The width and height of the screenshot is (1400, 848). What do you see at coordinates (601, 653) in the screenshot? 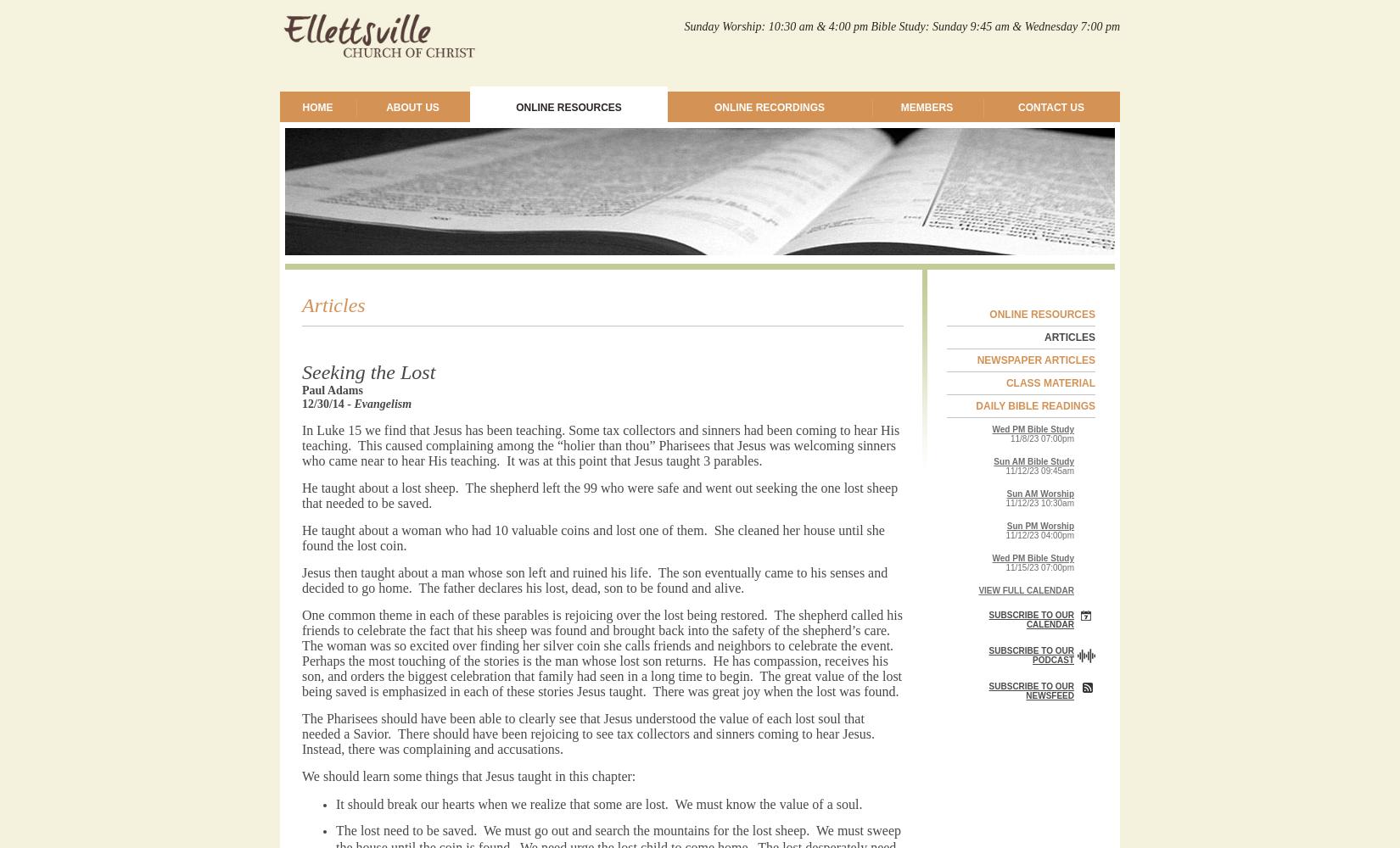
I see `'One common theme in each of these parables is rejoicing over the lost being restored.  The shepherd called his friends to celebrate the fact that his sheep was found and brought back into the safety of the shepherd’s care.  The woman was so excited over finding her silver coin she calls friends and neighbors to celebrate the event.  Perhaps the most touching of the stories is the man whose lost son returns.  He has compassion, receives his son, and orders the biggest celebration that family had seen in a long time to begin.  The great value of the lost being saved is emphasized in each of these stories Jesus taught.  There was great joy when the lost was found.'` at bounding box center [601, 653].